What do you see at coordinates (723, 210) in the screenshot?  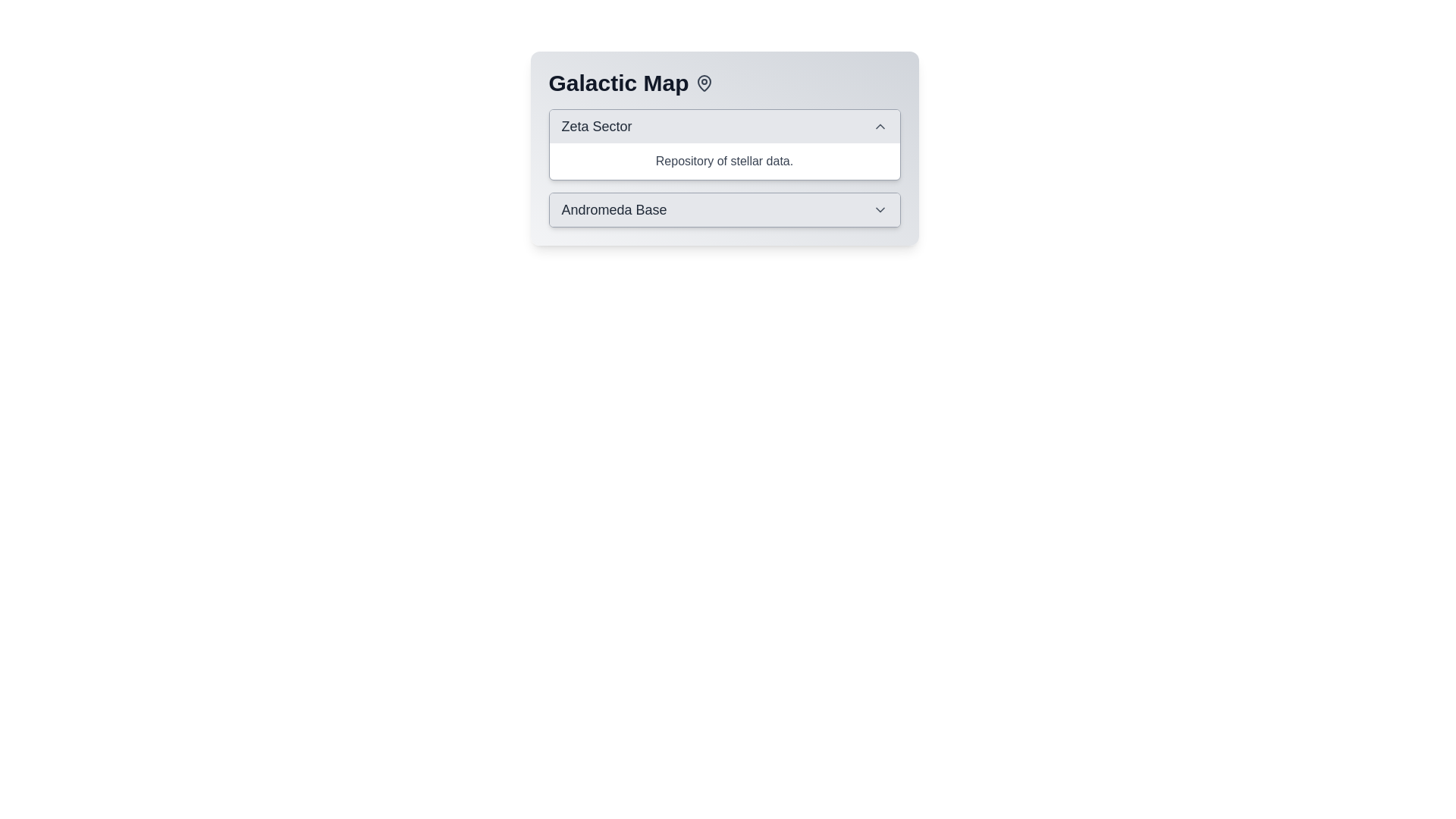 I see `the 'Andromeda Base' Dropdown menu located within the 'Galactic Map' panel to navigate through keyboard interactions` at bounding box center [723, 210].